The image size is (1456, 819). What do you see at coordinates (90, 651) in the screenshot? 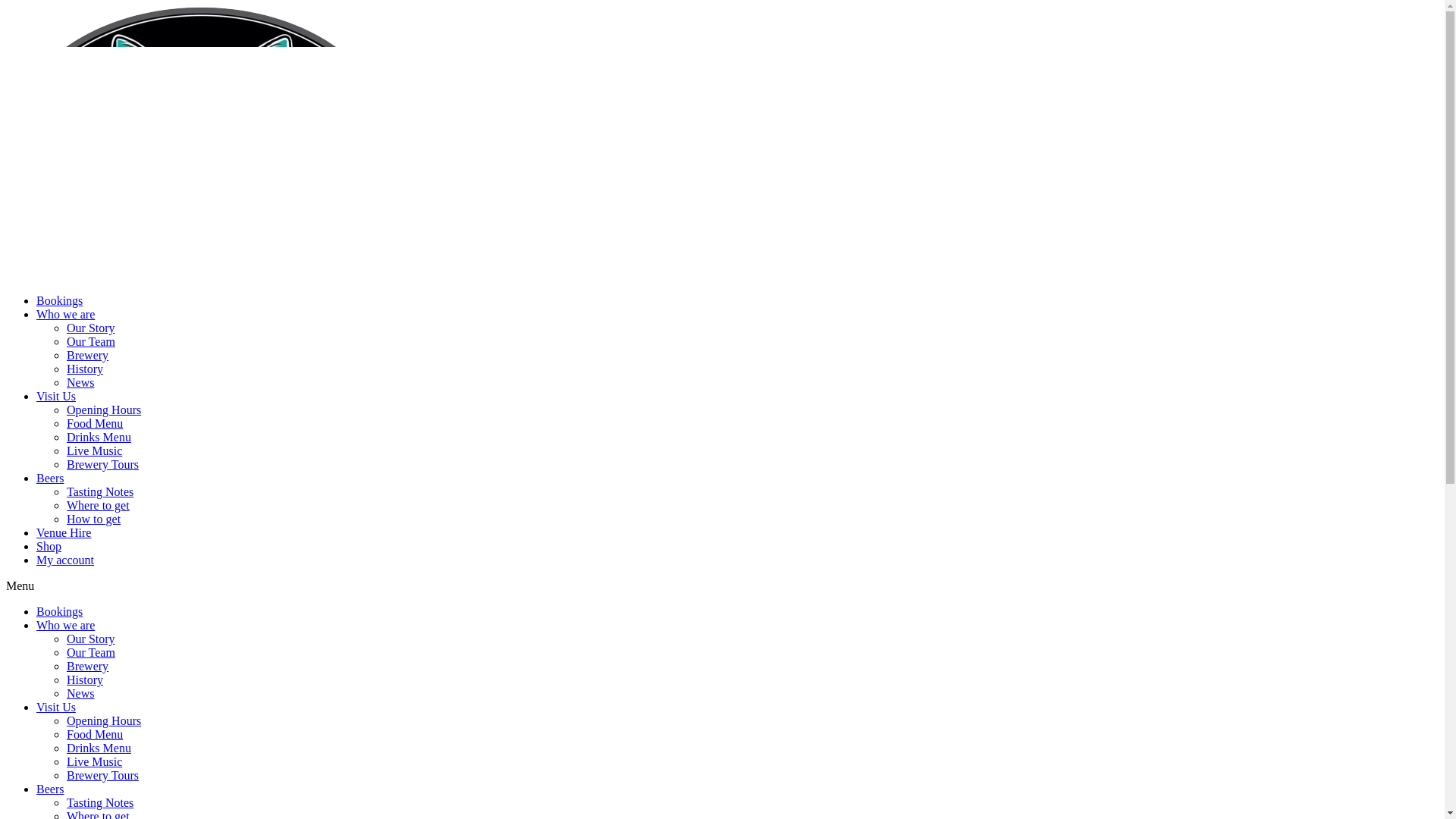
I see `'Our Team'` at bounding box center [90, 651].